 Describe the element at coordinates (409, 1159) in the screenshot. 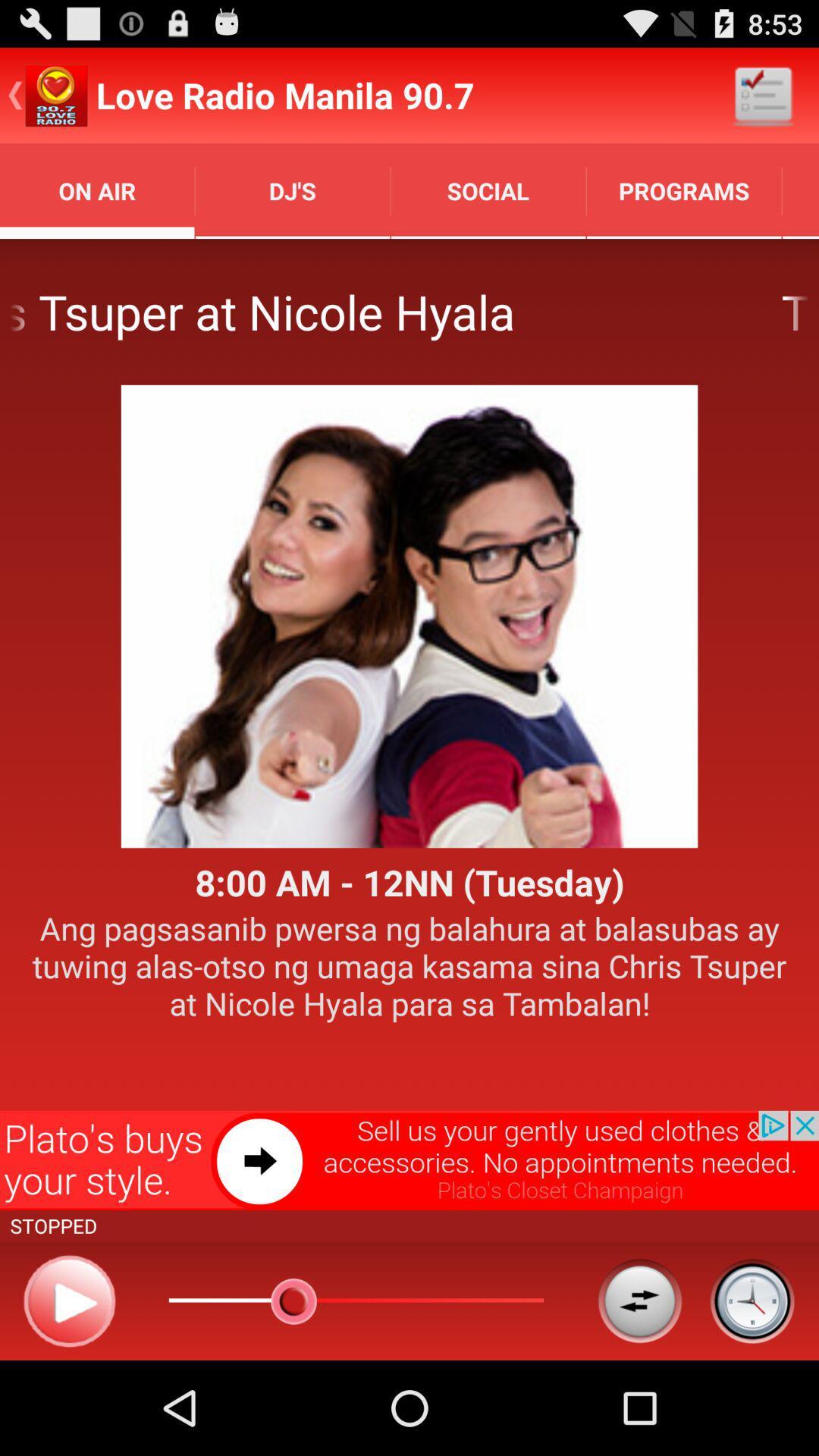

I see `open advertising` at that location.